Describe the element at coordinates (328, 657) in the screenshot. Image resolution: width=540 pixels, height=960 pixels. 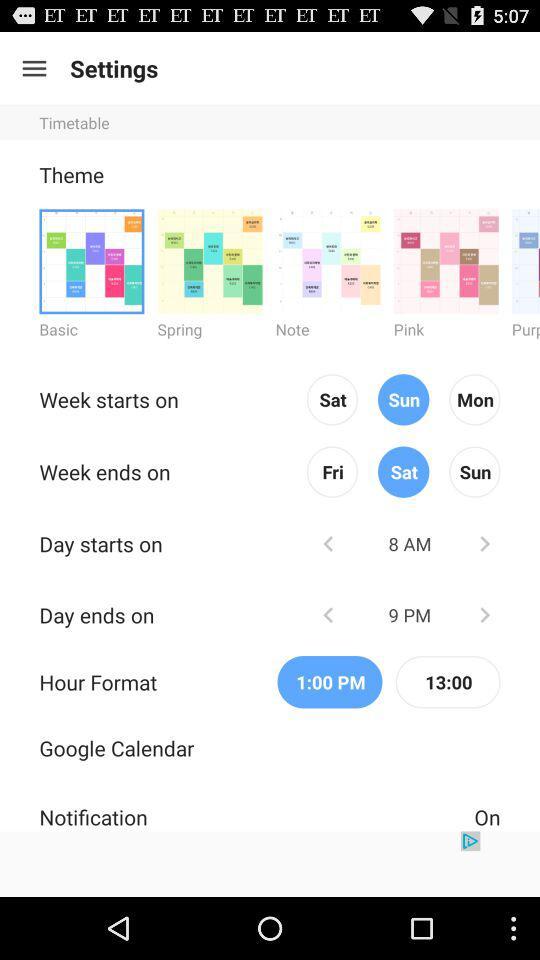
I see `the arrow_backward icon` at that location.